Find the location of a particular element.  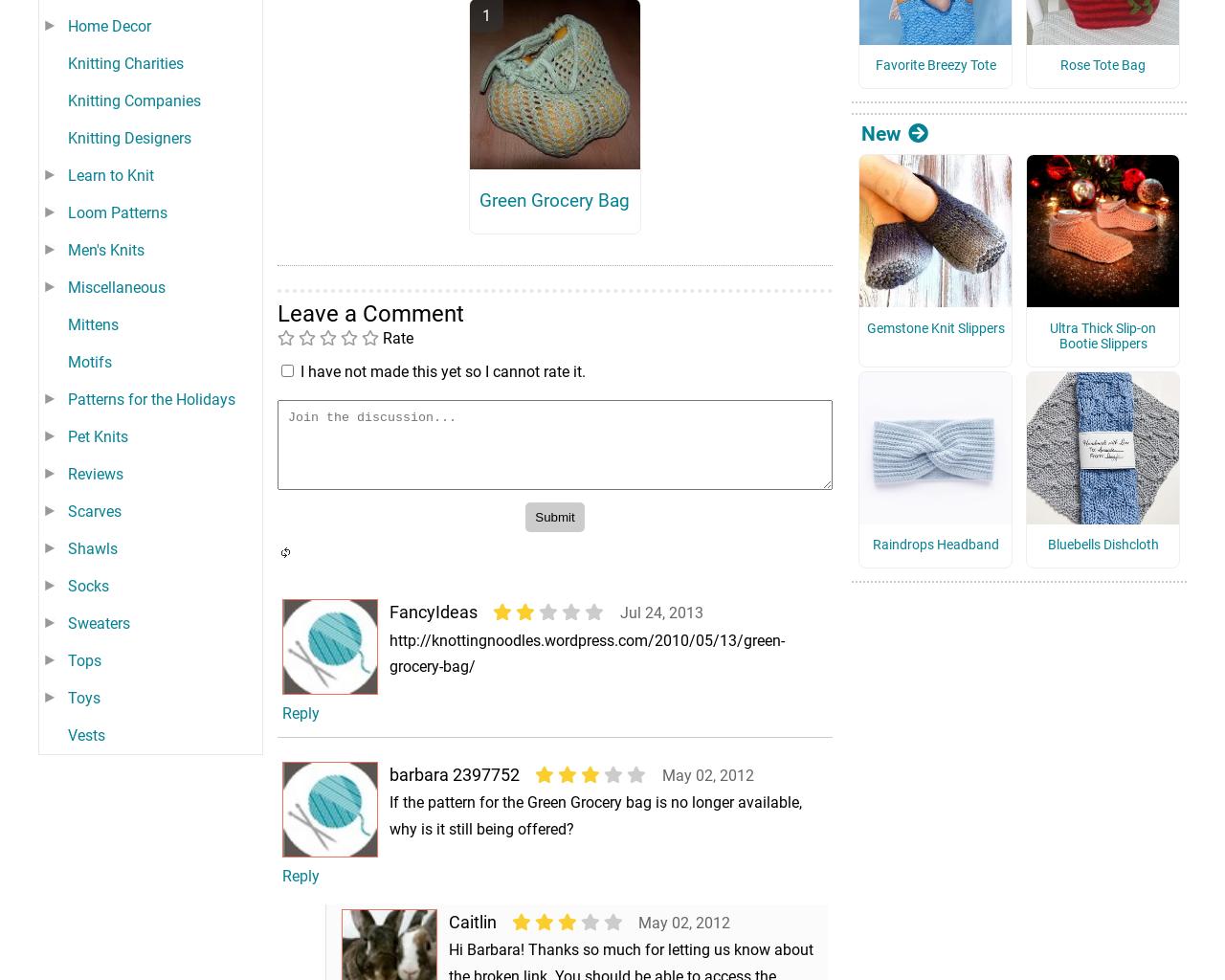

'Caitlin' is located at coordinates (472, 947).